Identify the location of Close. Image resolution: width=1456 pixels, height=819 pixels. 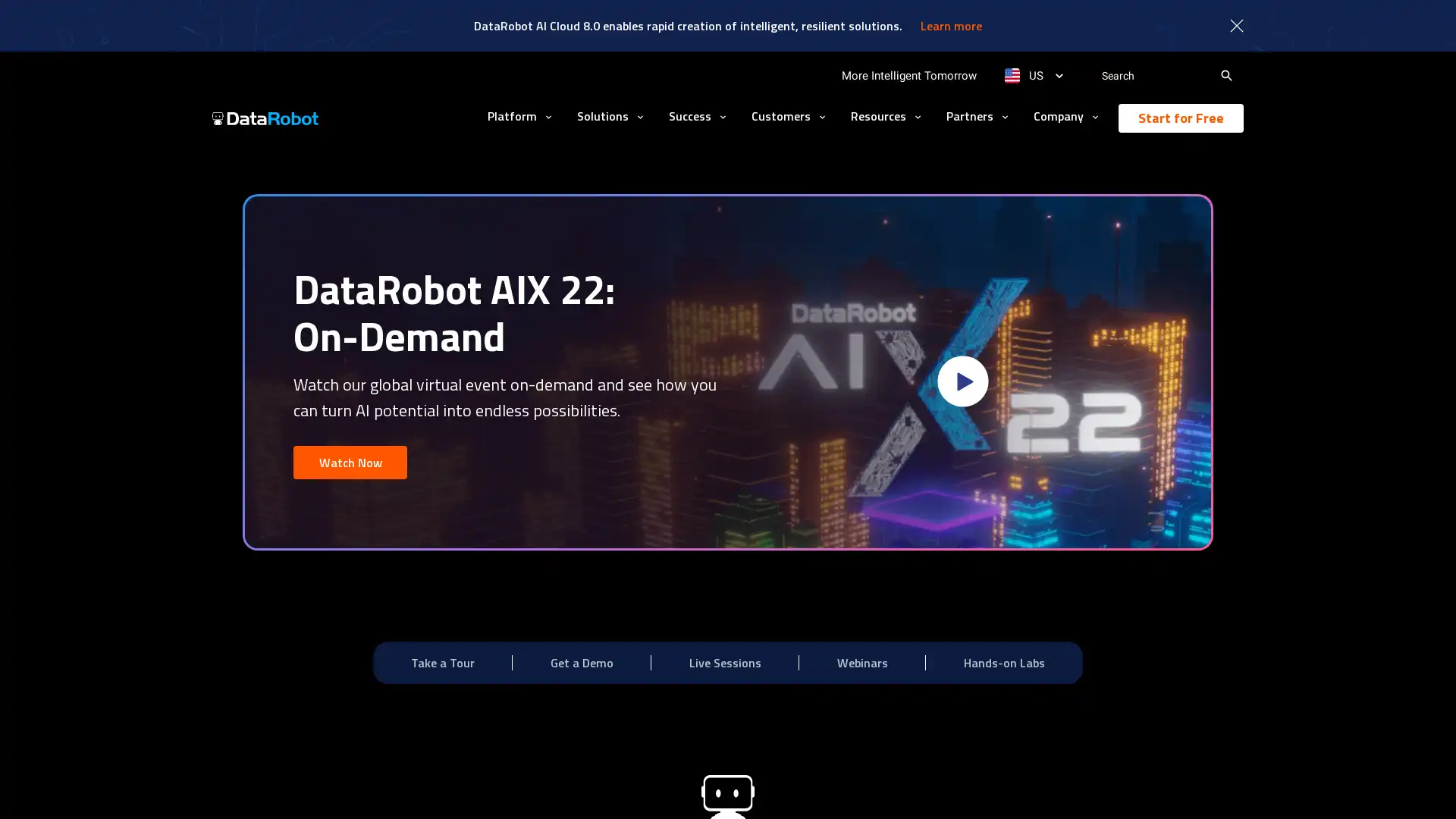
(1166, 785).